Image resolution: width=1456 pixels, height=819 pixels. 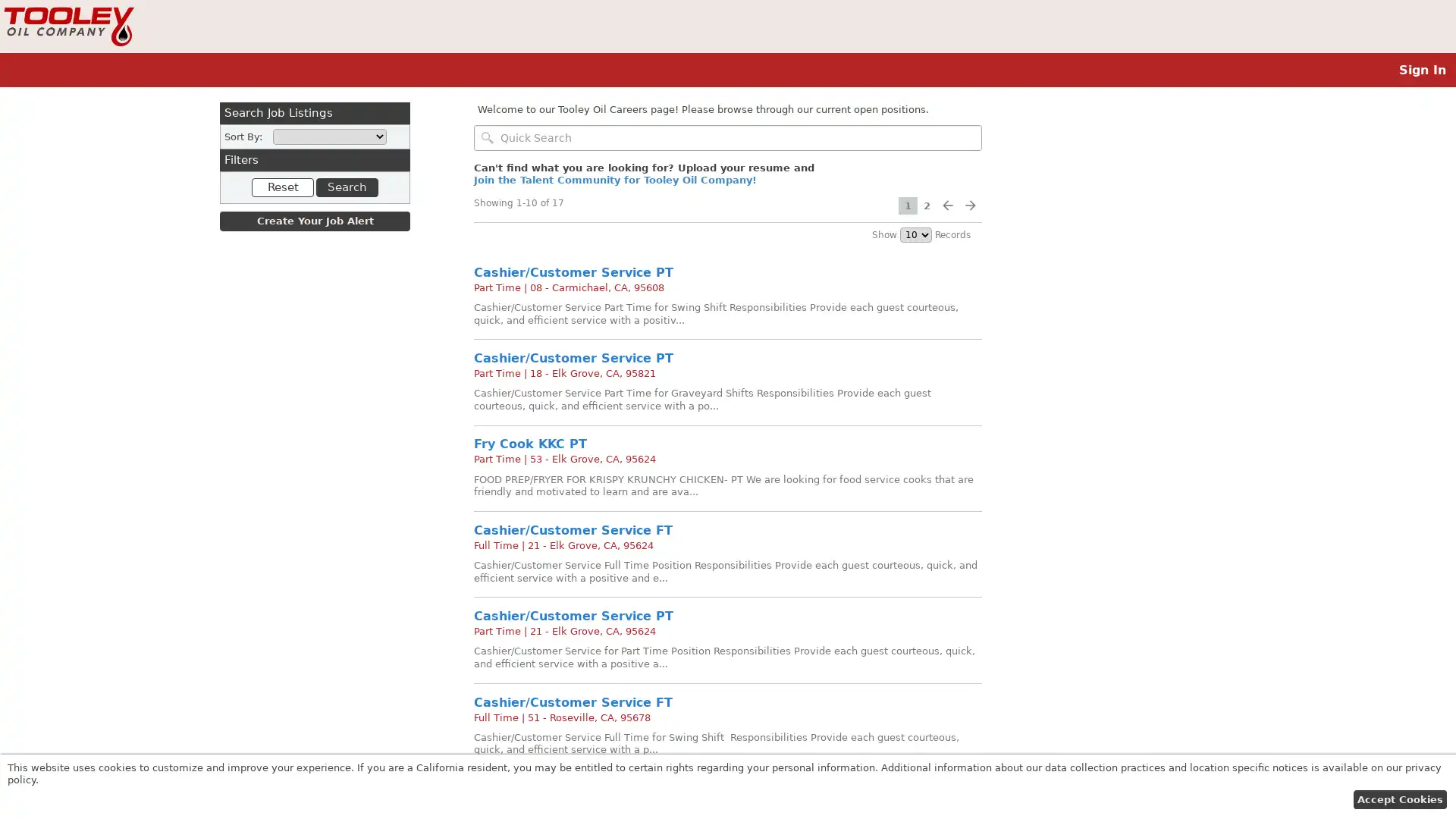 What do you see at coordinates (314, 221) in the screenshot?
I see `Create Your Job Alert` at bounding box center [314, 221].